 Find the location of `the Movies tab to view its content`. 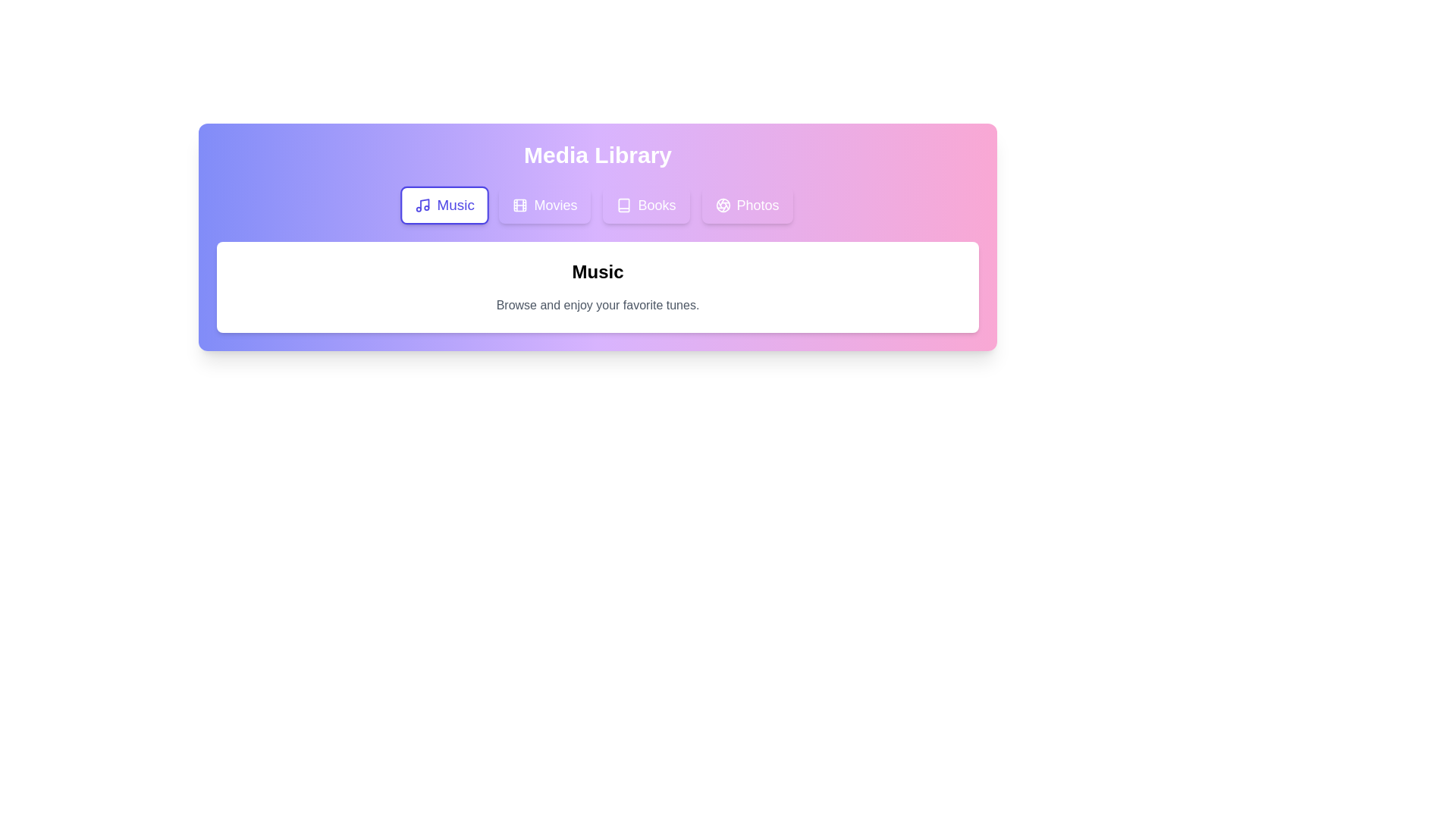

the Movies tab to view its content is located at coordinates (545, 205).